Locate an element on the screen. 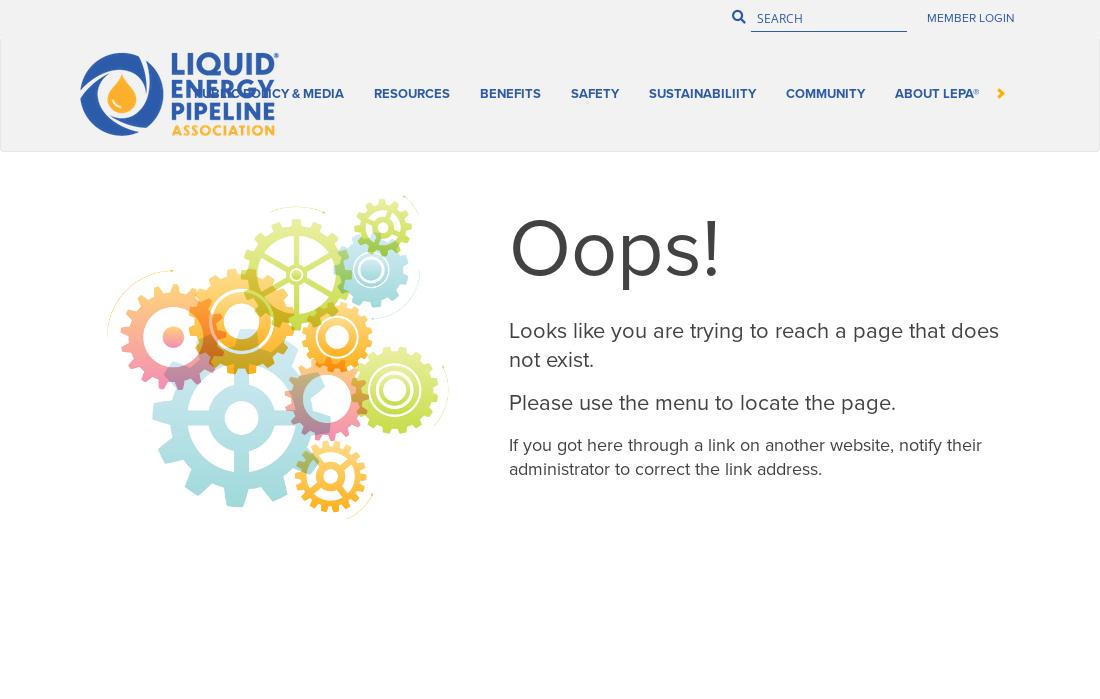  'Community' is located at coordinates (825, 137).